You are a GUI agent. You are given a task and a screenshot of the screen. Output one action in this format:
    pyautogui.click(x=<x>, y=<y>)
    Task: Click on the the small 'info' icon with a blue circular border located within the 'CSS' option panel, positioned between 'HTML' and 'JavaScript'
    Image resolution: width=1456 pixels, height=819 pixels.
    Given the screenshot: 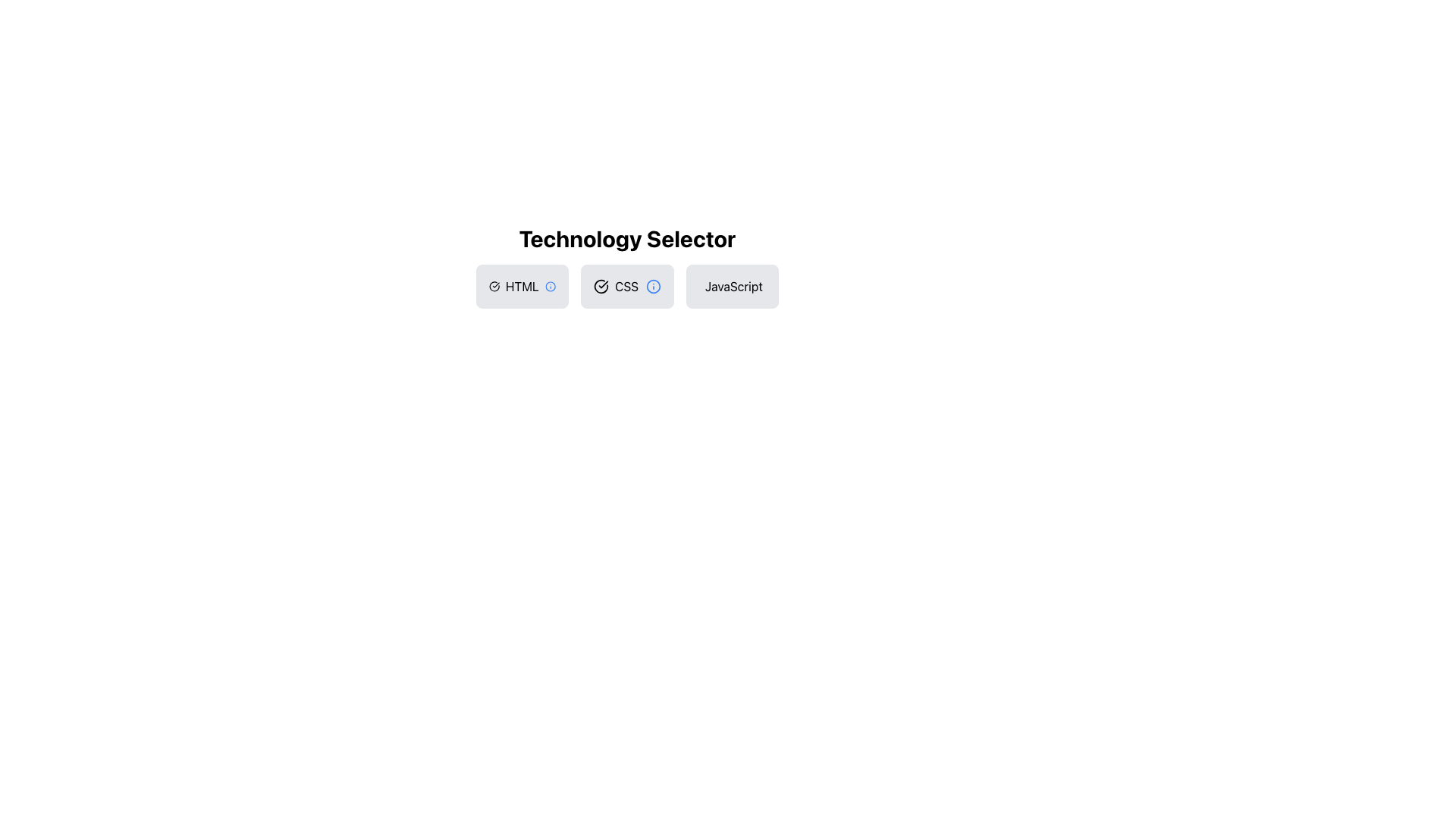 What is the action you would take?
    pyautogui.click(x=653, y=287)
    